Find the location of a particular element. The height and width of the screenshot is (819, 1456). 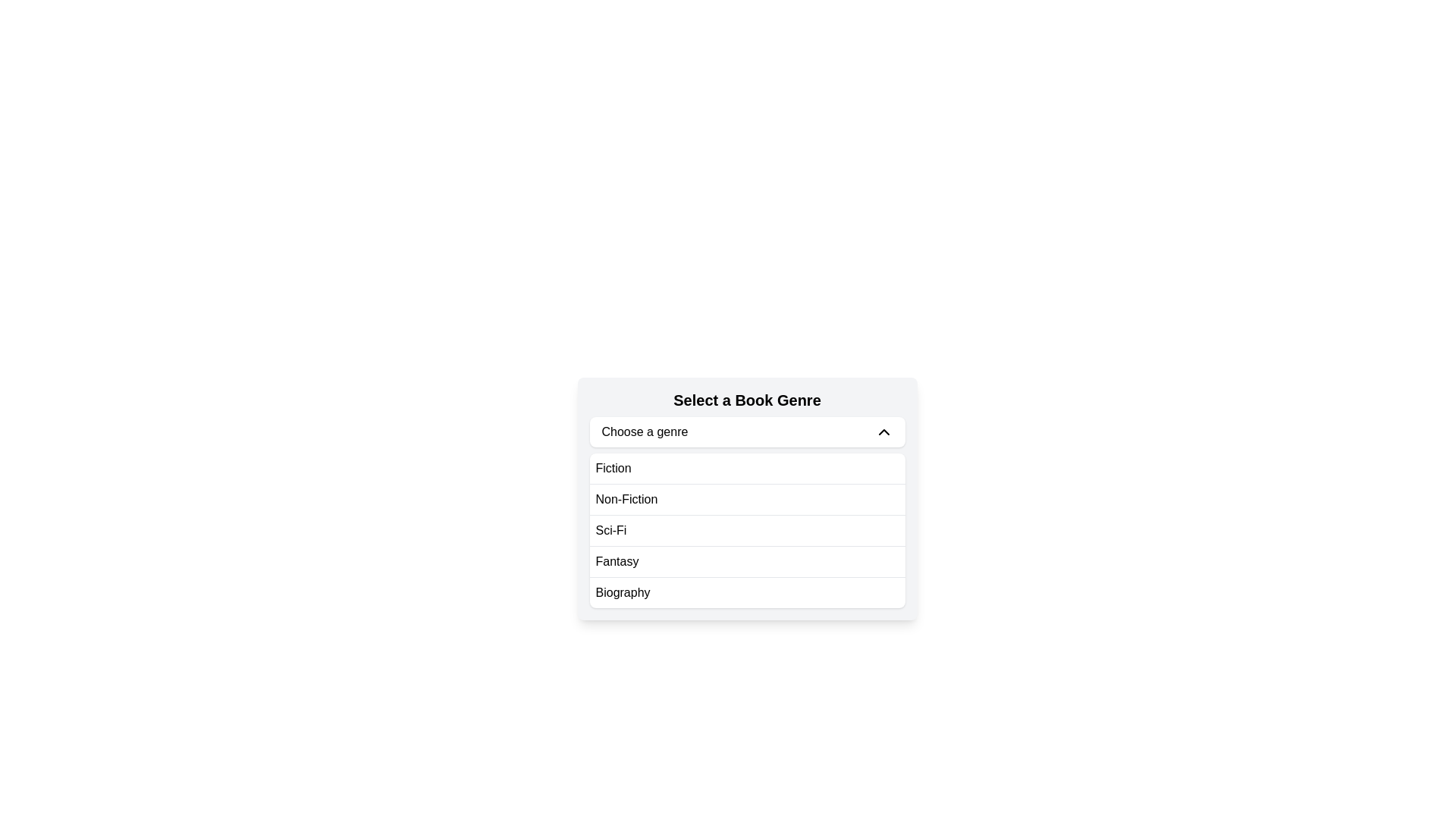

the text field displaying 'Choose a genre' is located at coordinates (645, 432).